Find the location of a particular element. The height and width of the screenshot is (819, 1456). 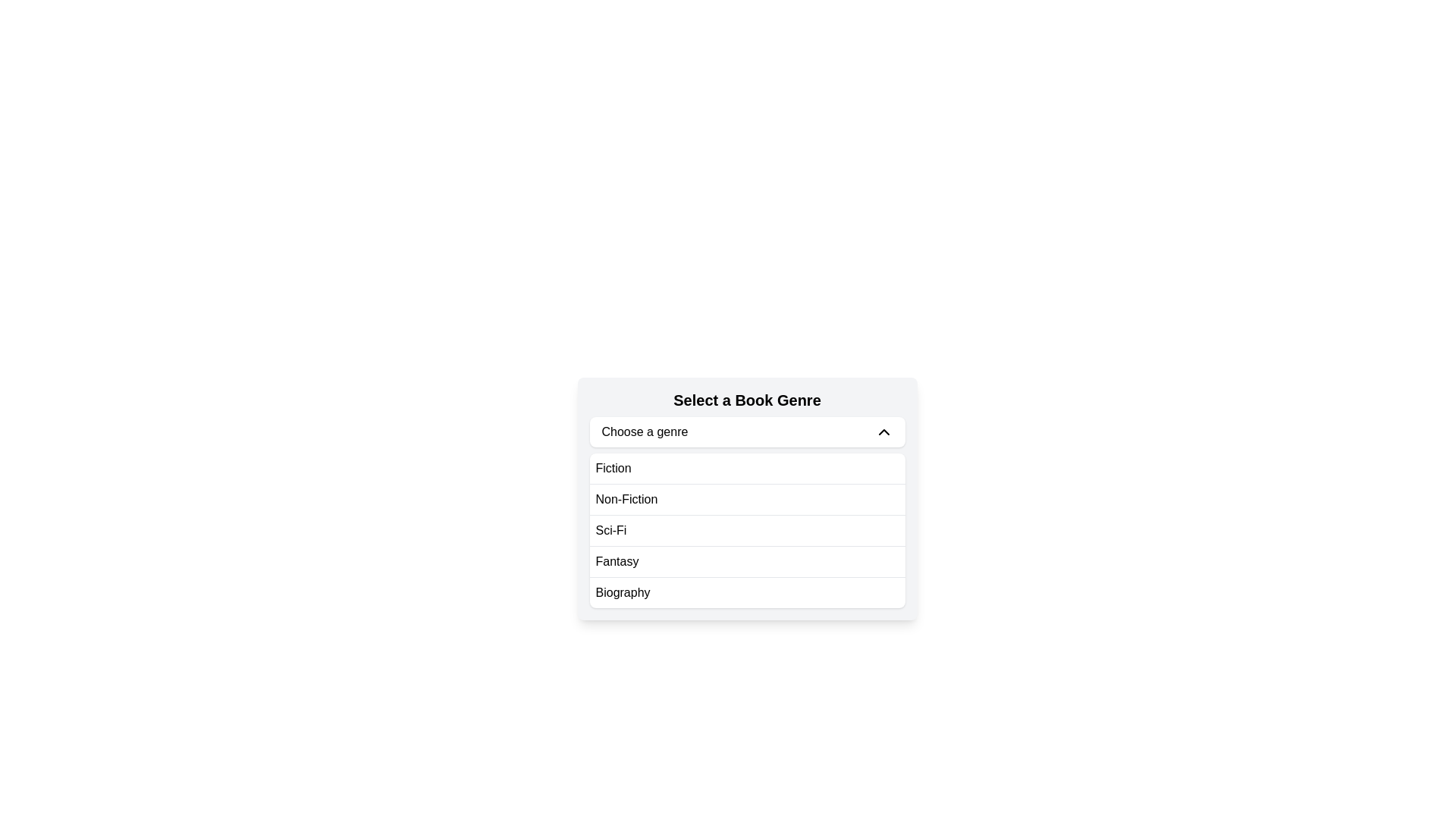

the text field displaying 'Choose a genre' is located at coordinates (645, 432).